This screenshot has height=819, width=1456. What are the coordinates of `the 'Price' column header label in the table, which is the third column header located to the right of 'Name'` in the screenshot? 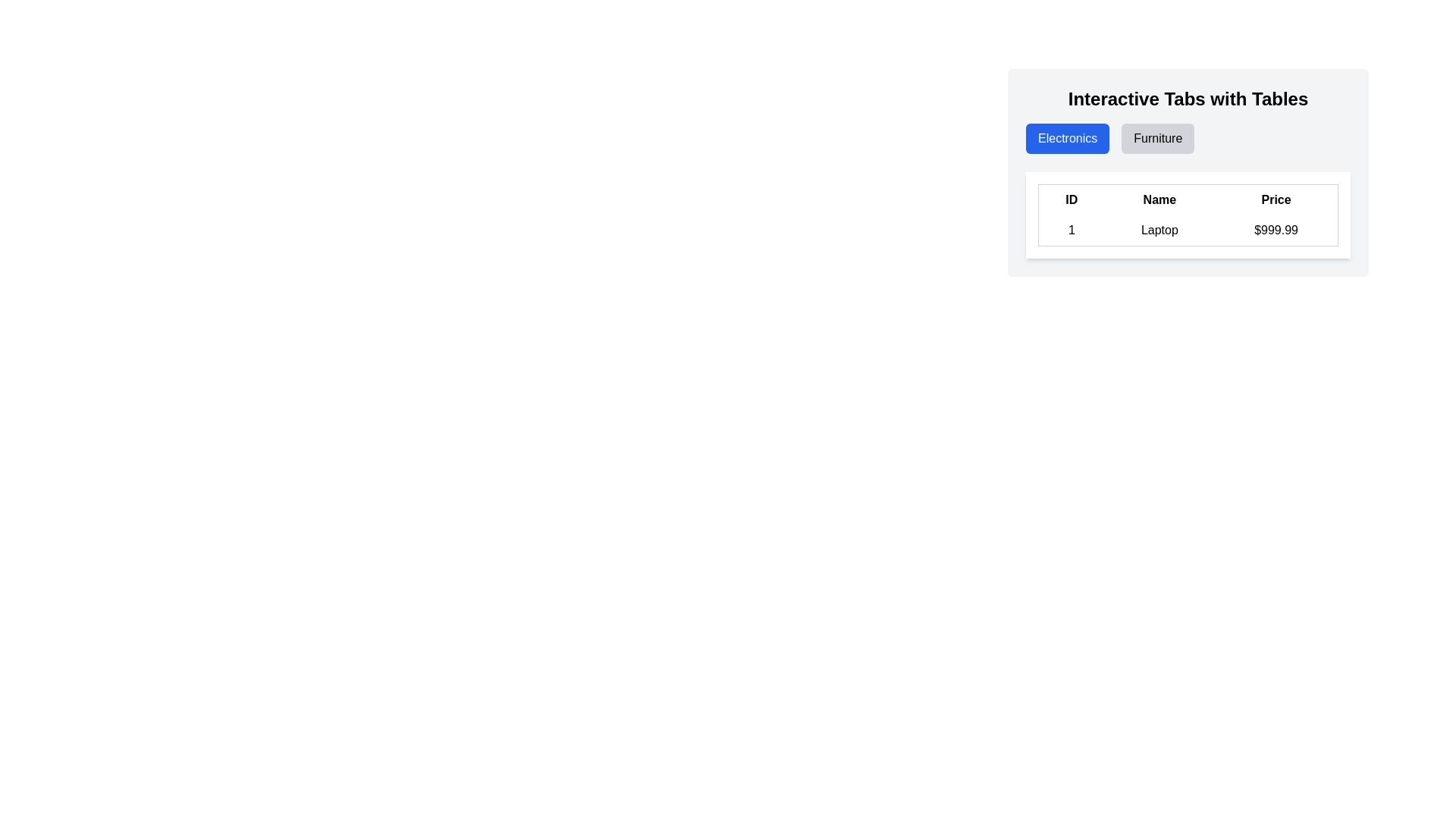 It's located at (1276, 199).